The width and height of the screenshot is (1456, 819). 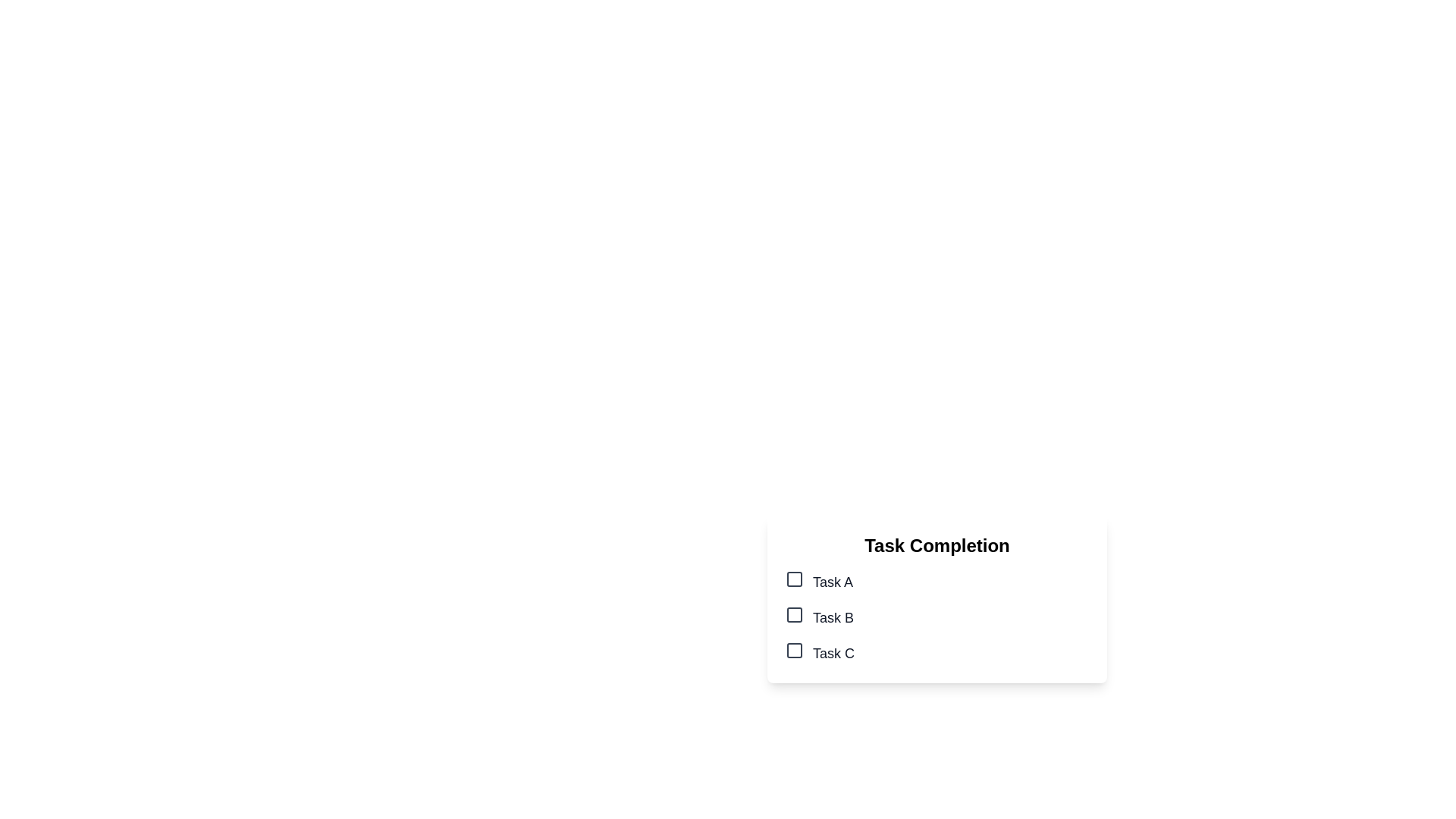 What do you see at coordinates (793, 649) in the screenshot?
I see `the checkbox next to the label 'Task C'` at bounding box center [793, 649].